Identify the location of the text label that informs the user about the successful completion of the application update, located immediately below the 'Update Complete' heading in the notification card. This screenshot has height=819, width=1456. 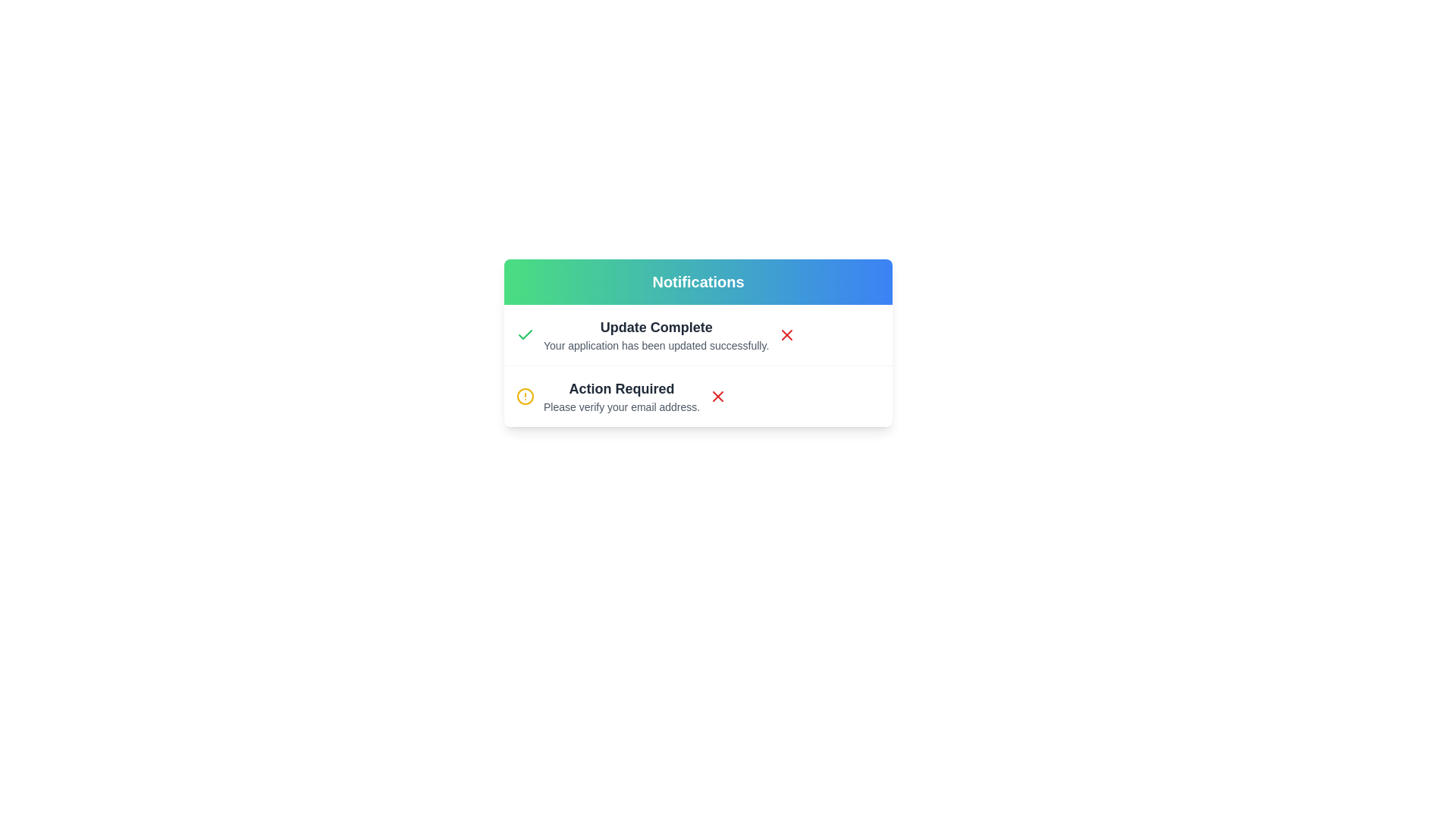
(656, 345).